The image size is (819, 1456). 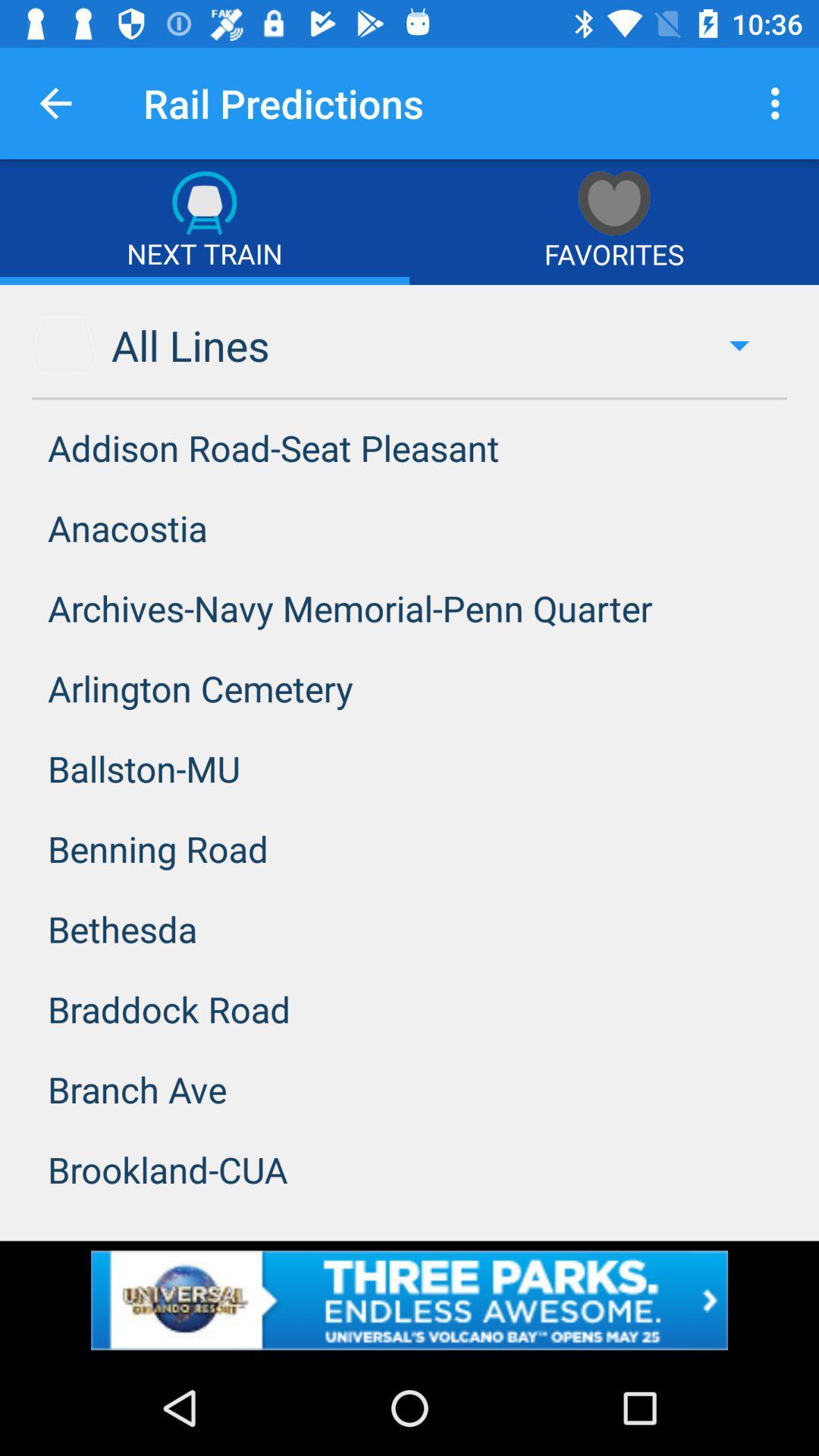 What do you see at coordinates (614, 221) in the screenshot?
I see `favorites` at bounding box center [614, 221].